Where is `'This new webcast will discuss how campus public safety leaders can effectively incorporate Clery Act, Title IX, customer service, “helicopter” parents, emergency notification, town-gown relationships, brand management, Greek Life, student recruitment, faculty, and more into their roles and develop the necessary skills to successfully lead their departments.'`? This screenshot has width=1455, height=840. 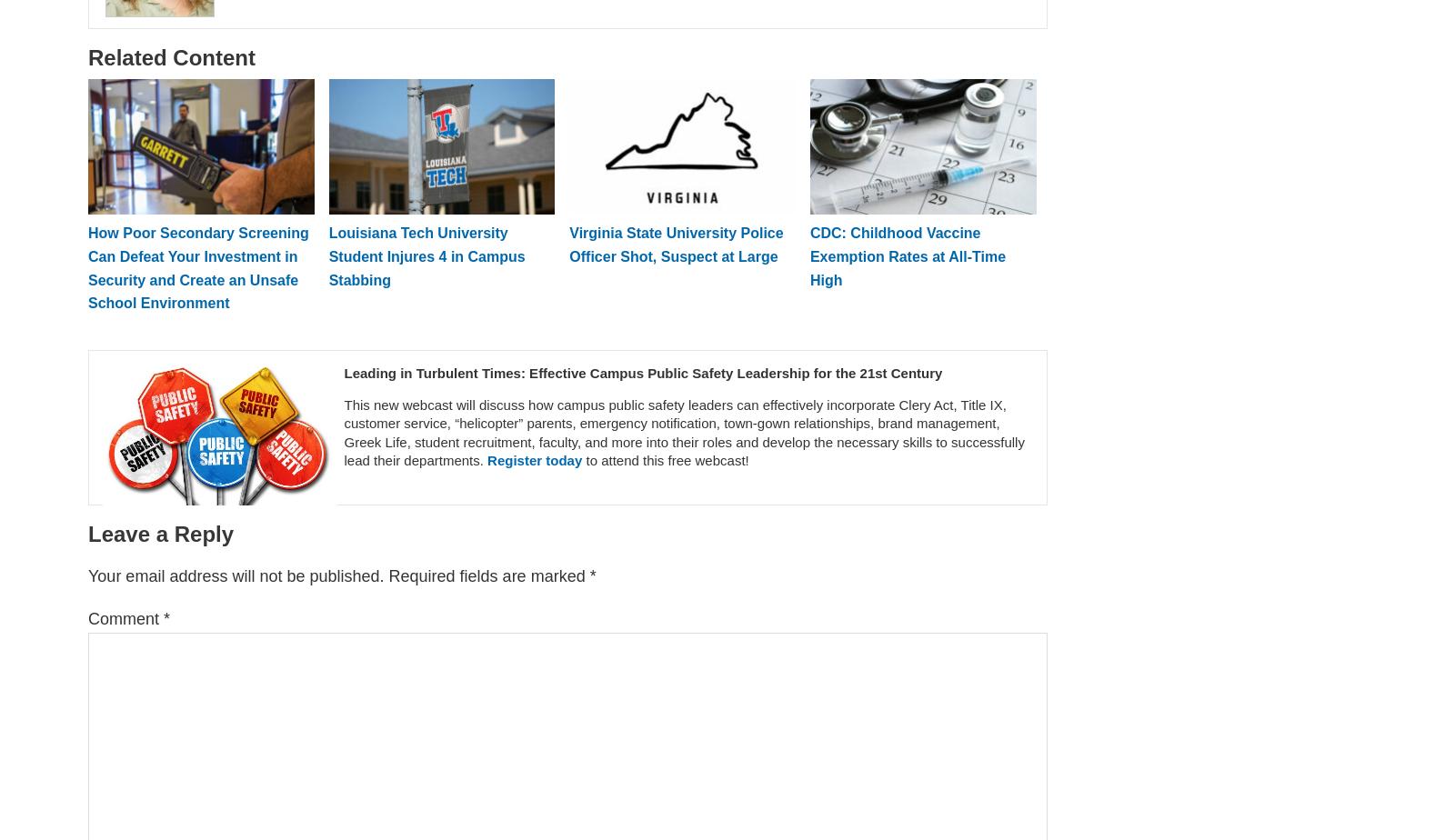
'This new webcast will discuss how campus public safety leaders can effectively incorporate Clery Act, Title IX, customer service, “helicopter” parents, emergency notification, town-gown relationships, brand management, Greek Life, student recruitment, faculty, and more into their roles and develop the necessary skills to successfully lead their departments.' is located at coordinates (684, 432).